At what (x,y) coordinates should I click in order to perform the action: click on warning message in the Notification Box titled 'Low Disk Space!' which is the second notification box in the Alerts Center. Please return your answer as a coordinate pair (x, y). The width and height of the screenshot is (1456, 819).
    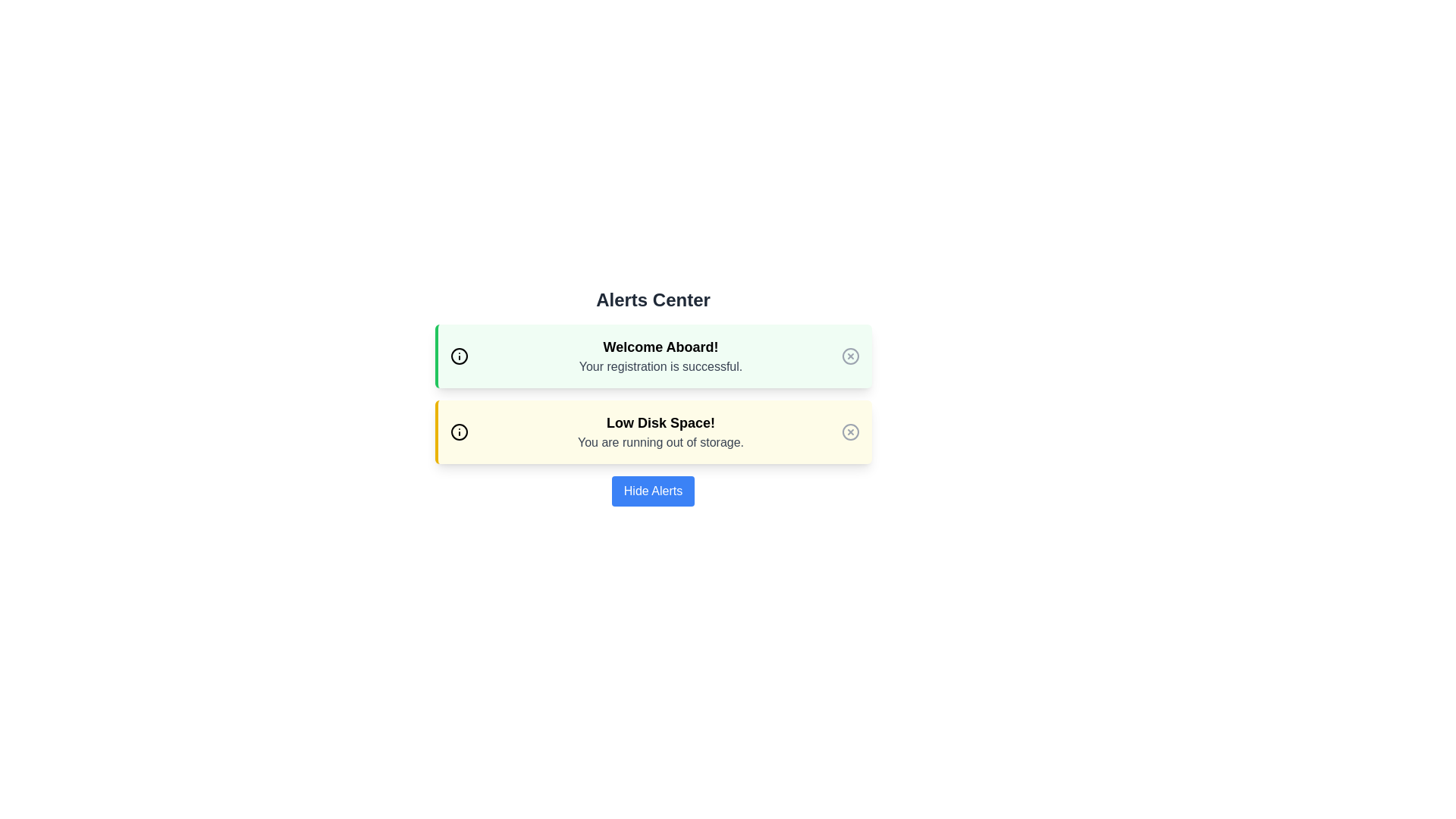
    Looking at the image, I should click on (653, 432).